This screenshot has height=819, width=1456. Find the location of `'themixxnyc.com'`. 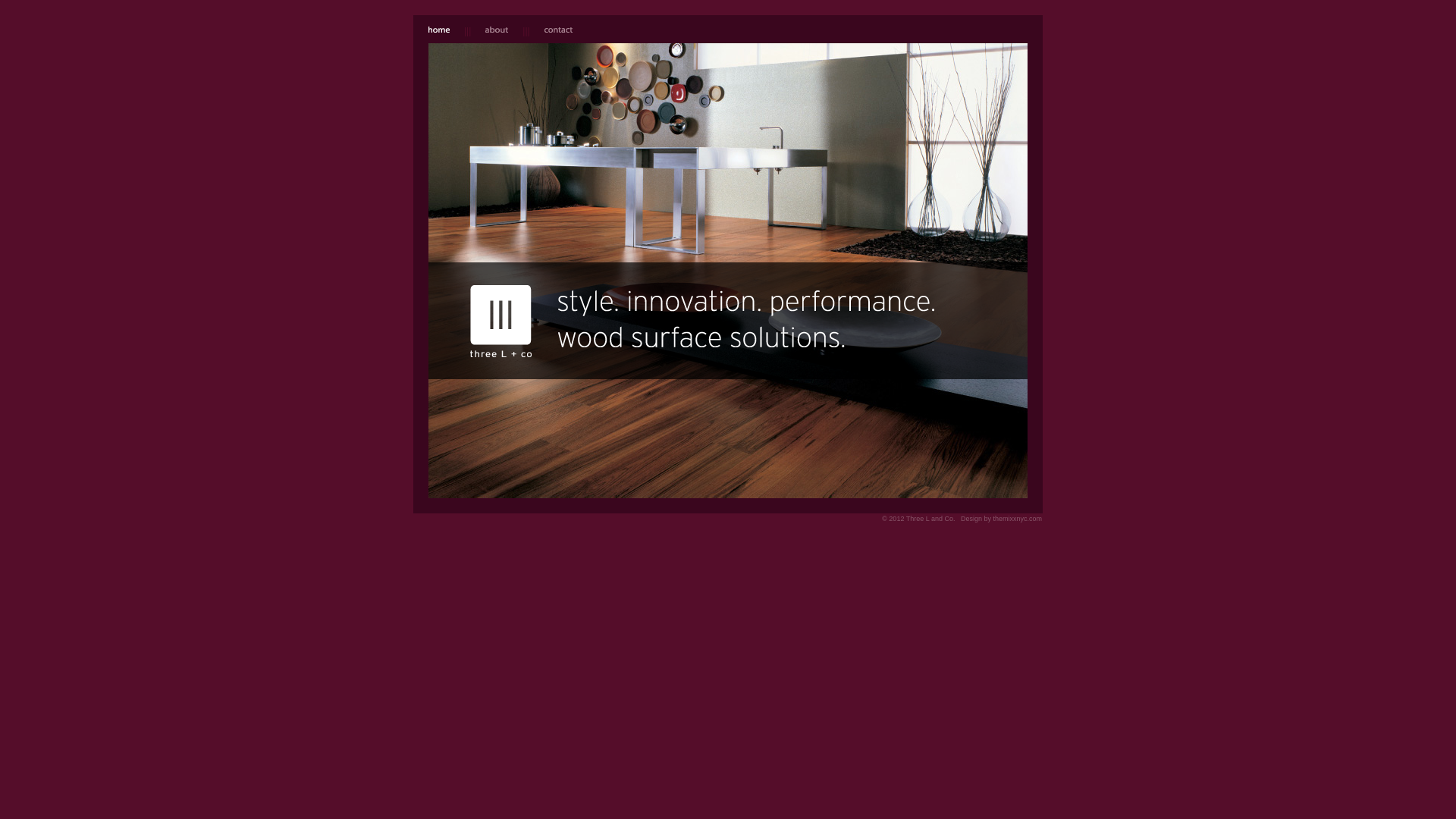

'themixxnyc.com' is located at coordinates (1017, 517).